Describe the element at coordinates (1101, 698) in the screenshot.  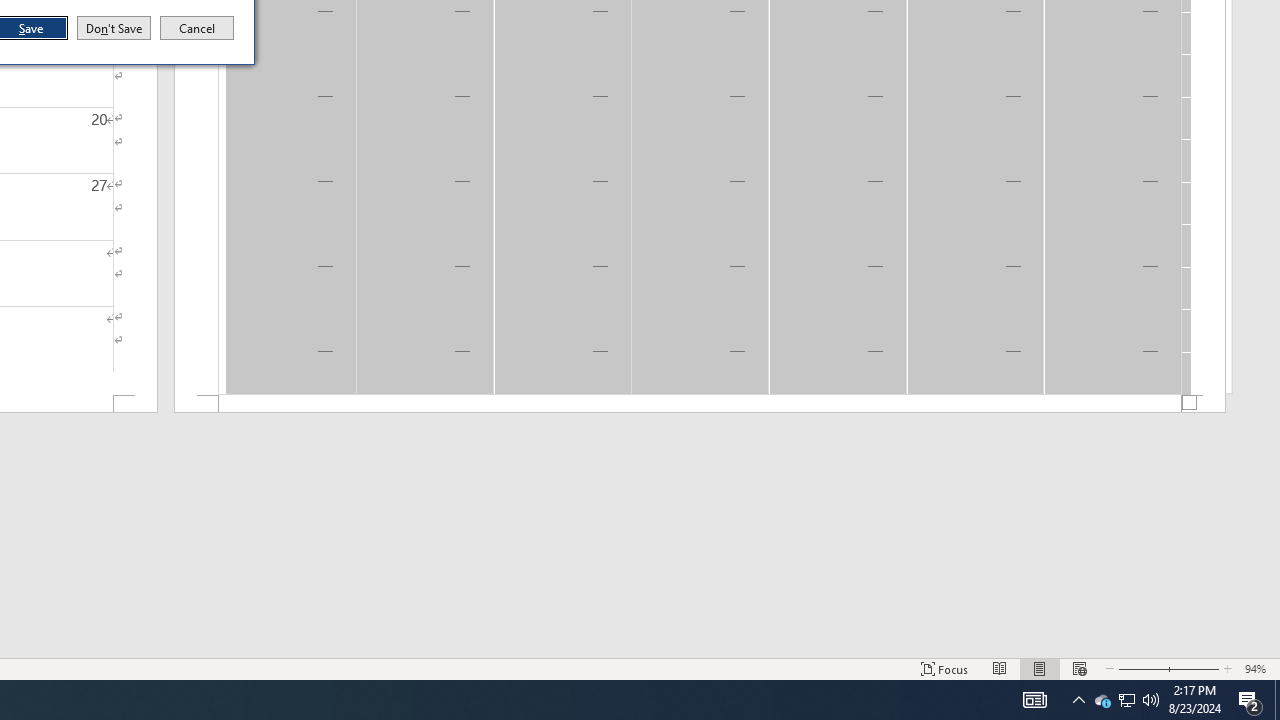
I see `'Q2790: 100%'` at that location.